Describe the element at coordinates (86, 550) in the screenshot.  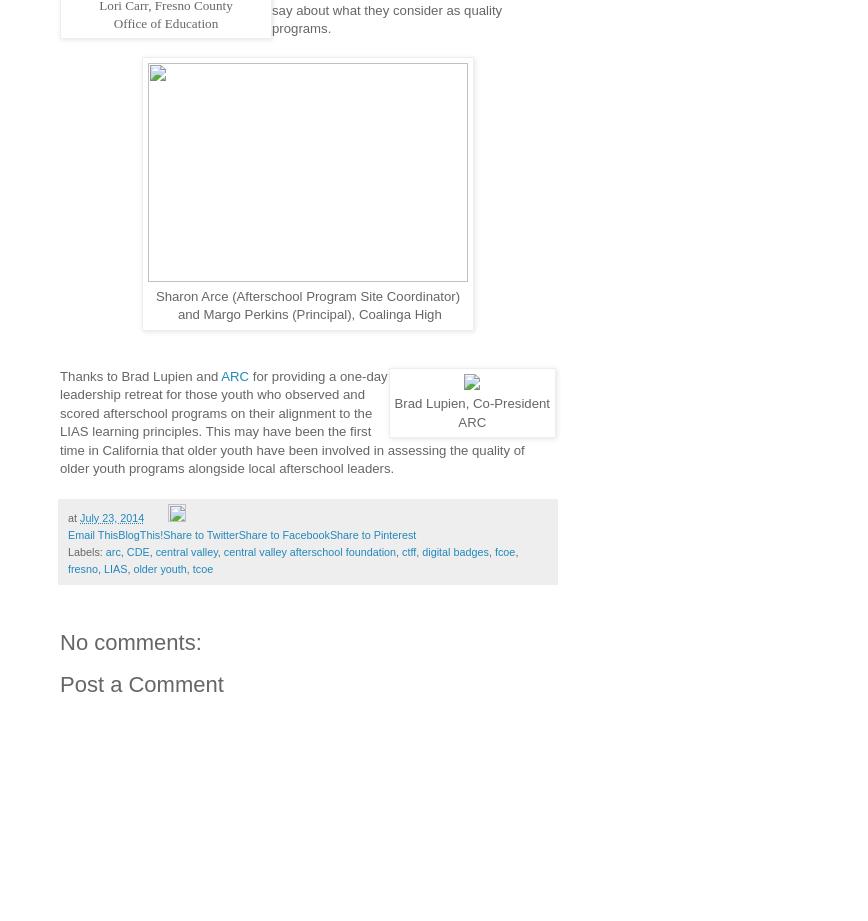
I see `'Labels:'` at that location.